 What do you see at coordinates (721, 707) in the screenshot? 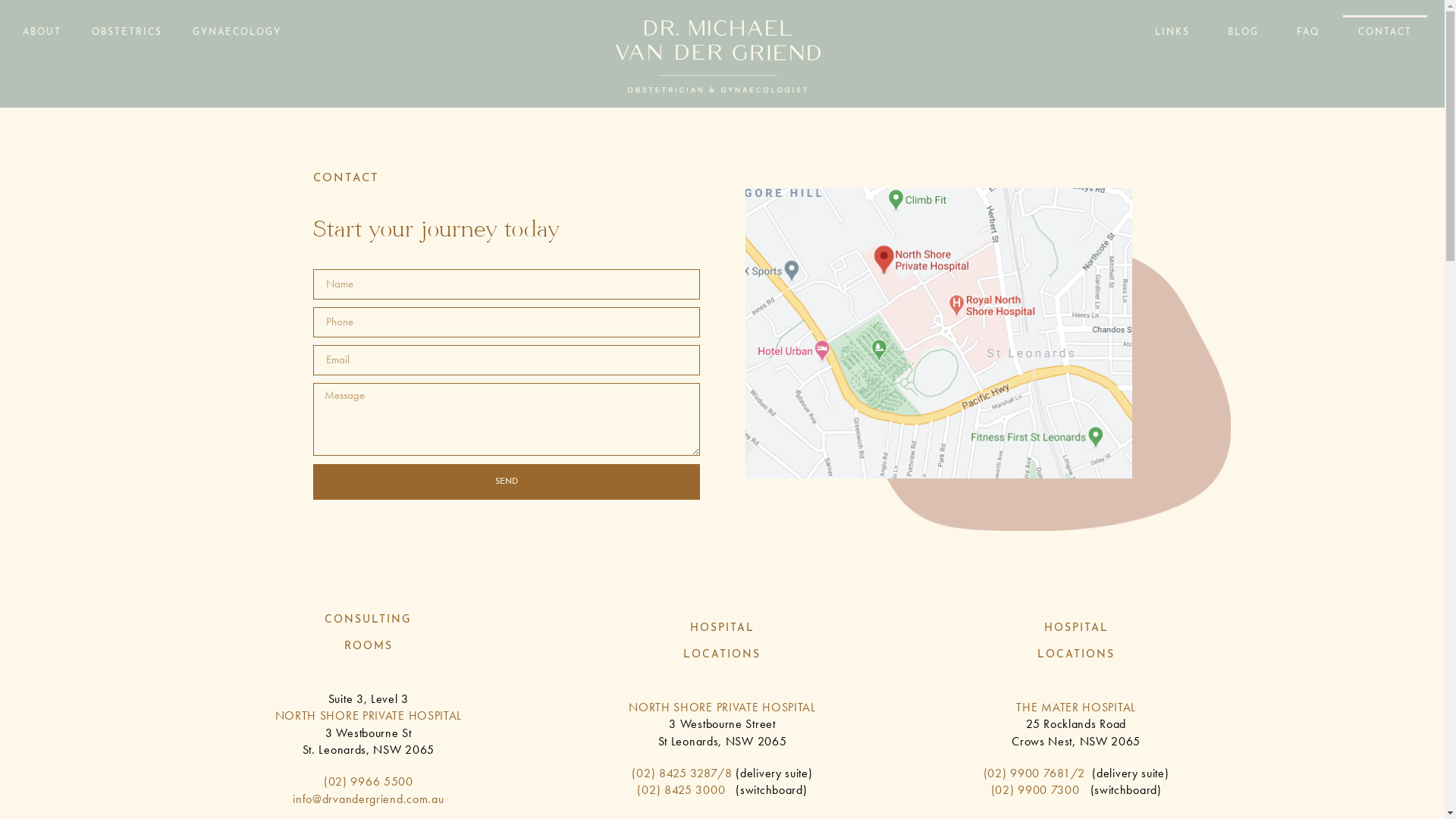
I see `'NORTH SHORE PRIVATE HOSPITAL'` at bounding box center [721, 707].